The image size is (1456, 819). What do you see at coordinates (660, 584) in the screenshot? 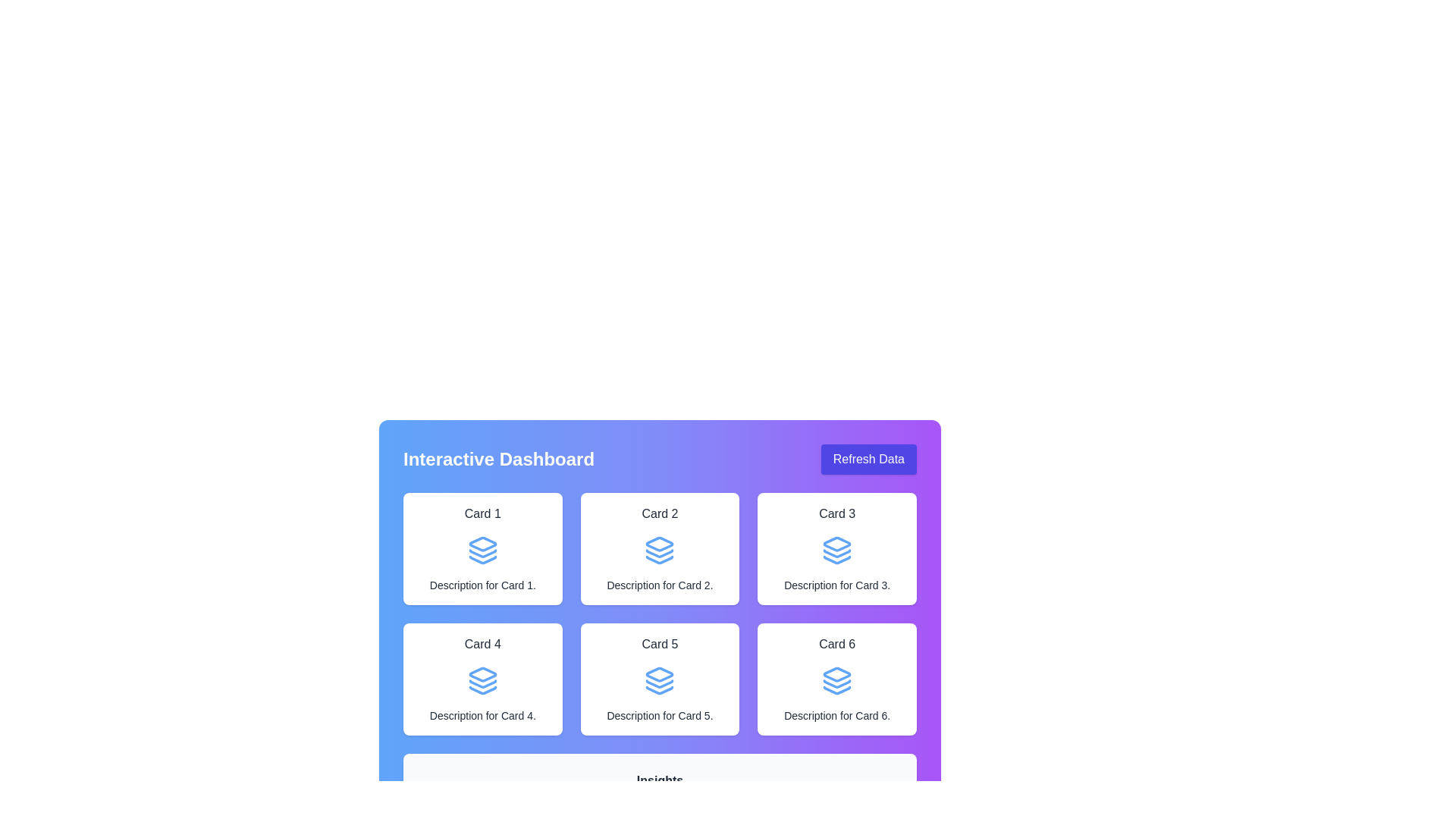
I see `the text element that provides additional details about 'Card 2', located centrally at the bottom of the card` at bounding box center [660, 584].